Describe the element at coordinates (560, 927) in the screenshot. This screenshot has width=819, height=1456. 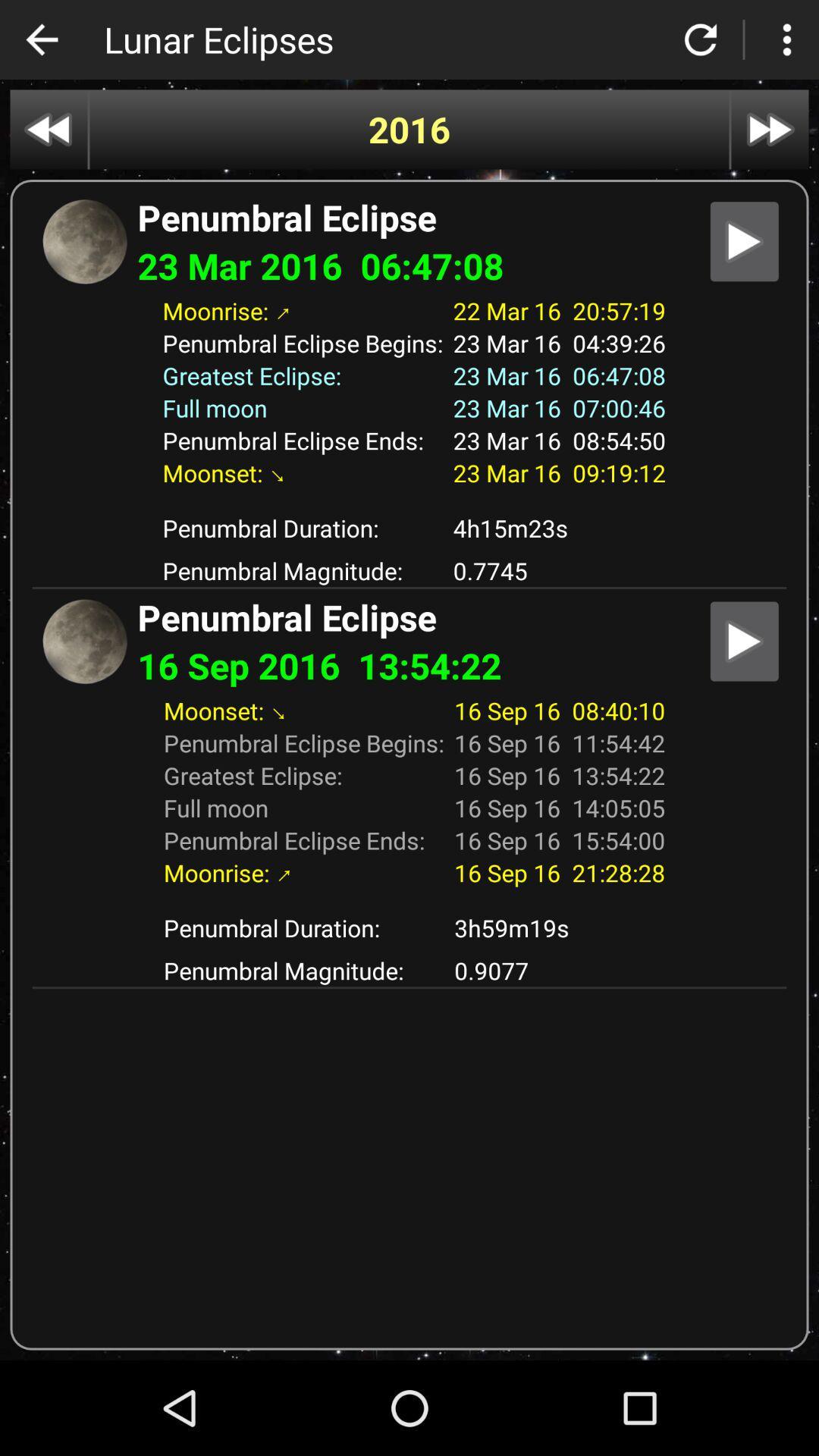
I see `app above the penumbral magnitude: item` at that location.